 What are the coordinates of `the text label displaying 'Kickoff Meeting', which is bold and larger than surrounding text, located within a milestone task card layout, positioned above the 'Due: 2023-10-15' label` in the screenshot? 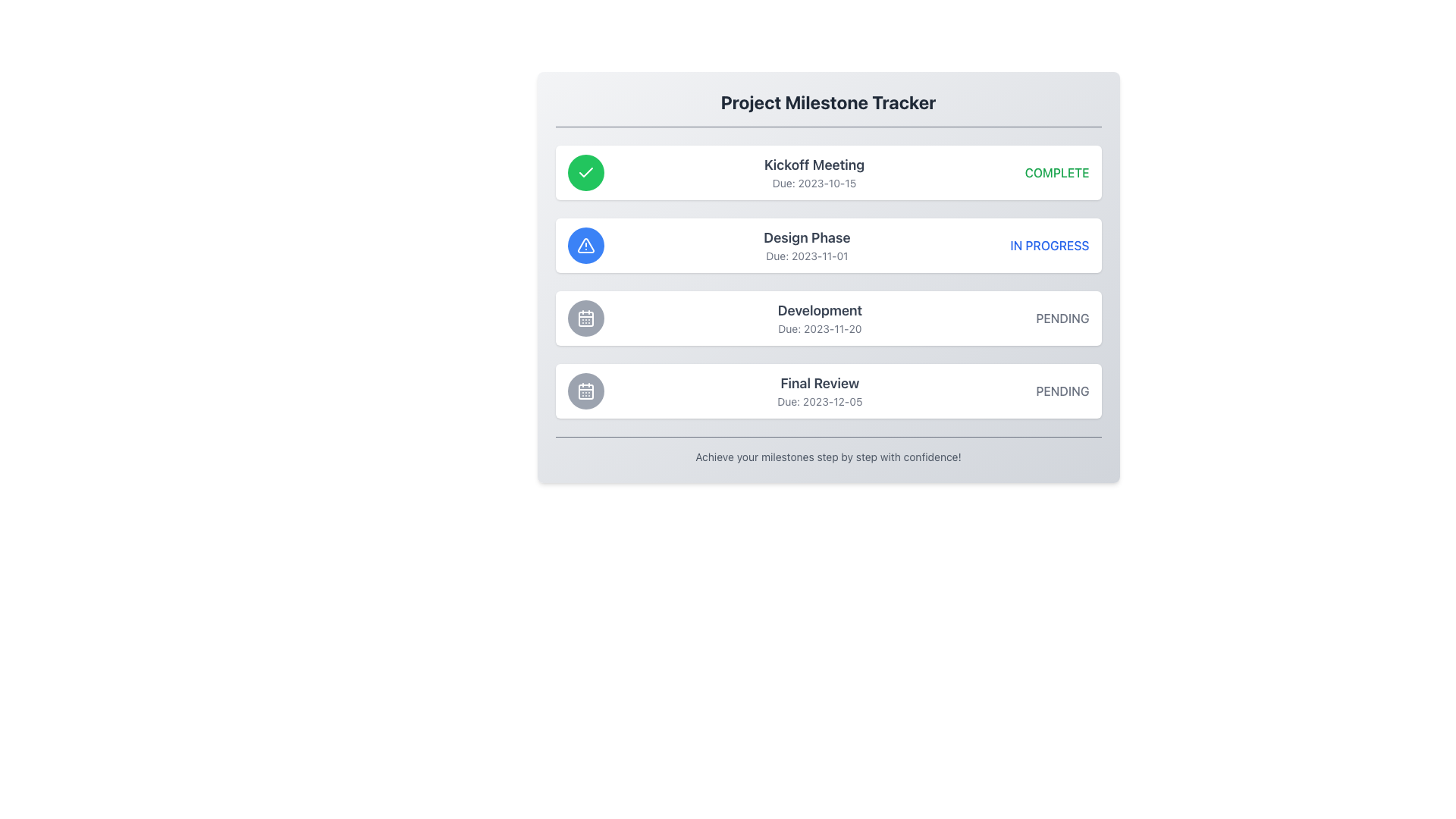 It's located at (814, 165).